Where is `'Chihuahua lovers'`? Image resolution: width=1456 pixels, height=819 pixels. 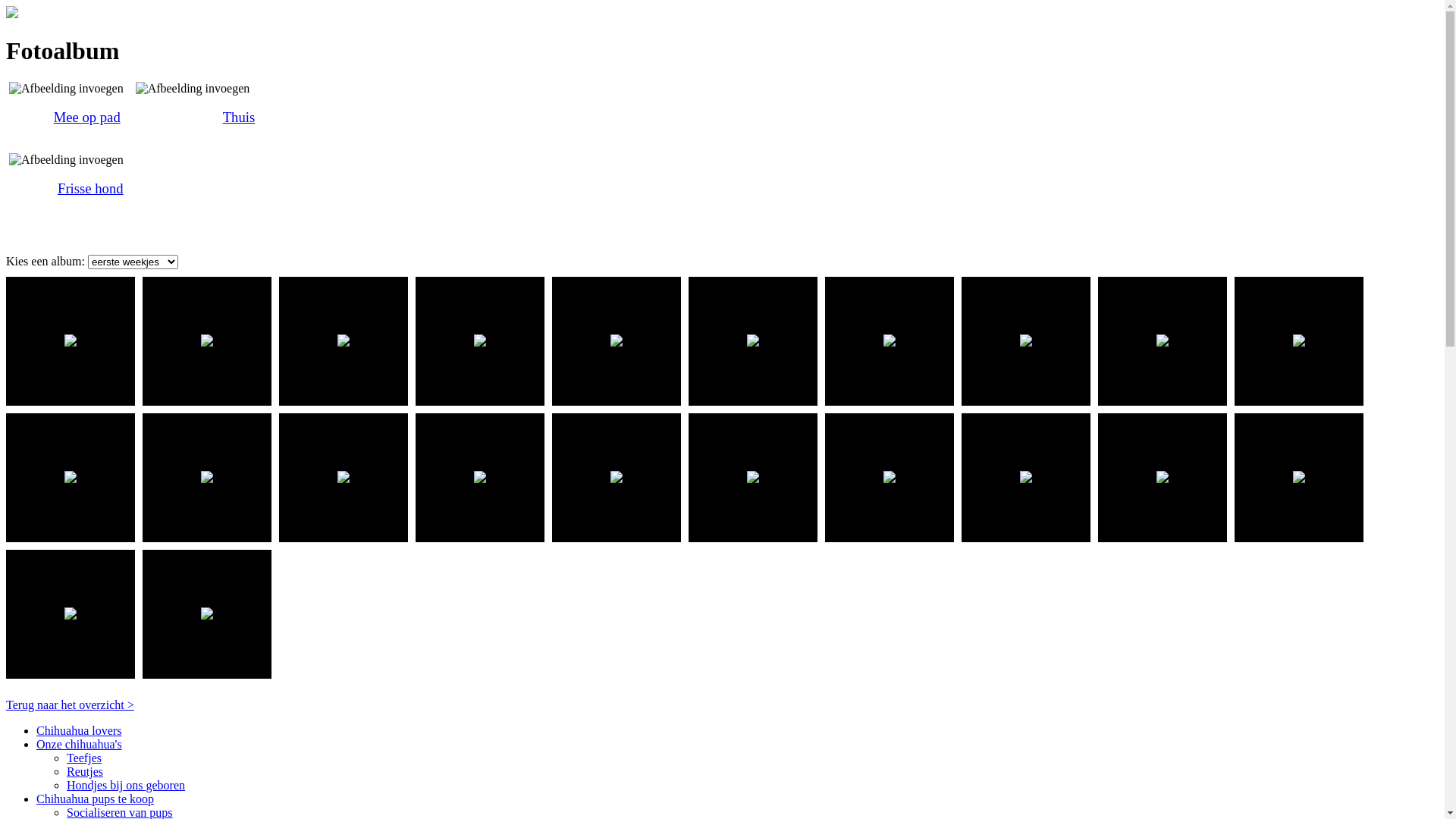 'Chihuahua lovers' is located at coordinates (78, 730).